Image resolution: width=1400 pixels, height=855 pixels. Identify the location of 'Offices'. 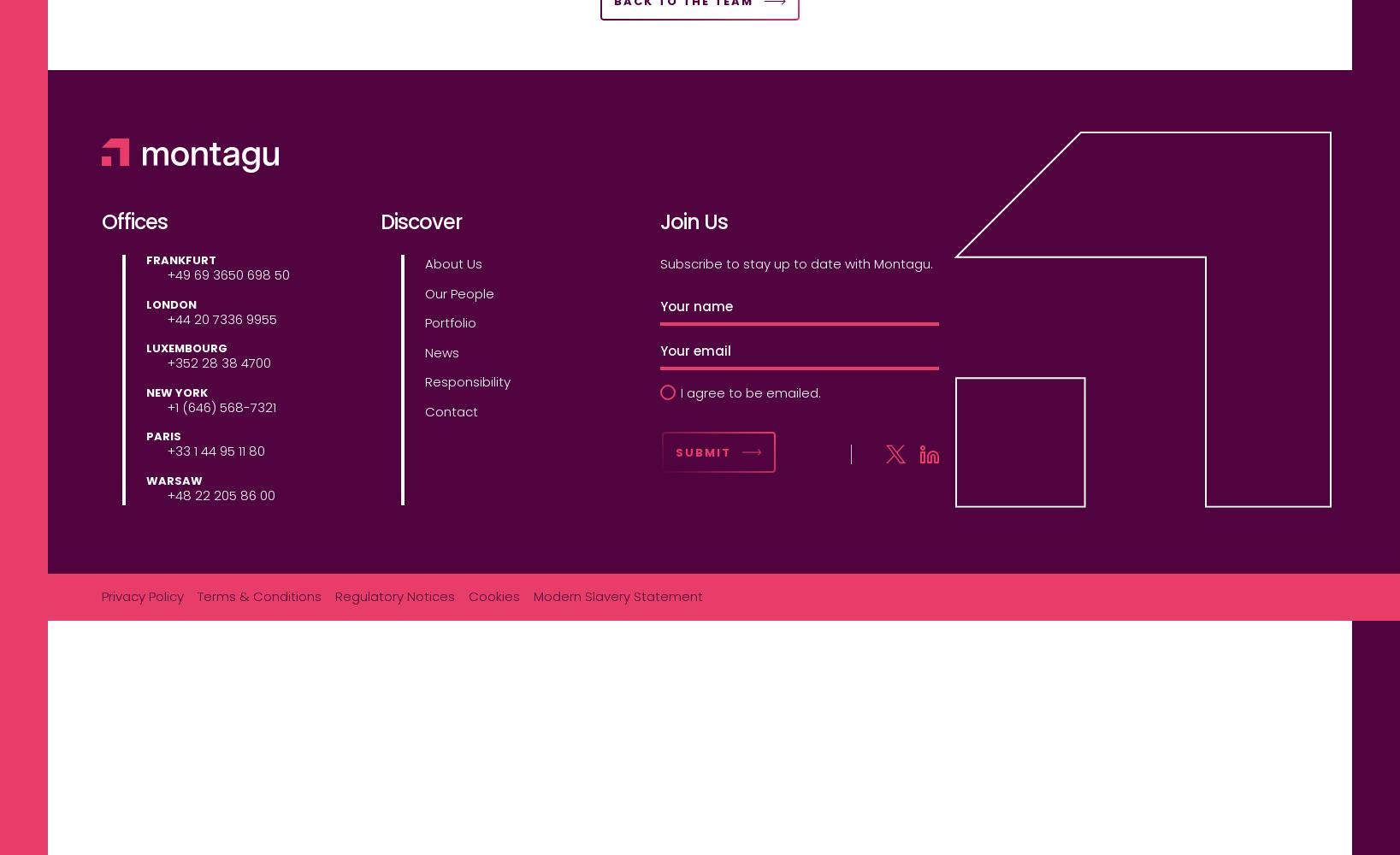
(133, 221).